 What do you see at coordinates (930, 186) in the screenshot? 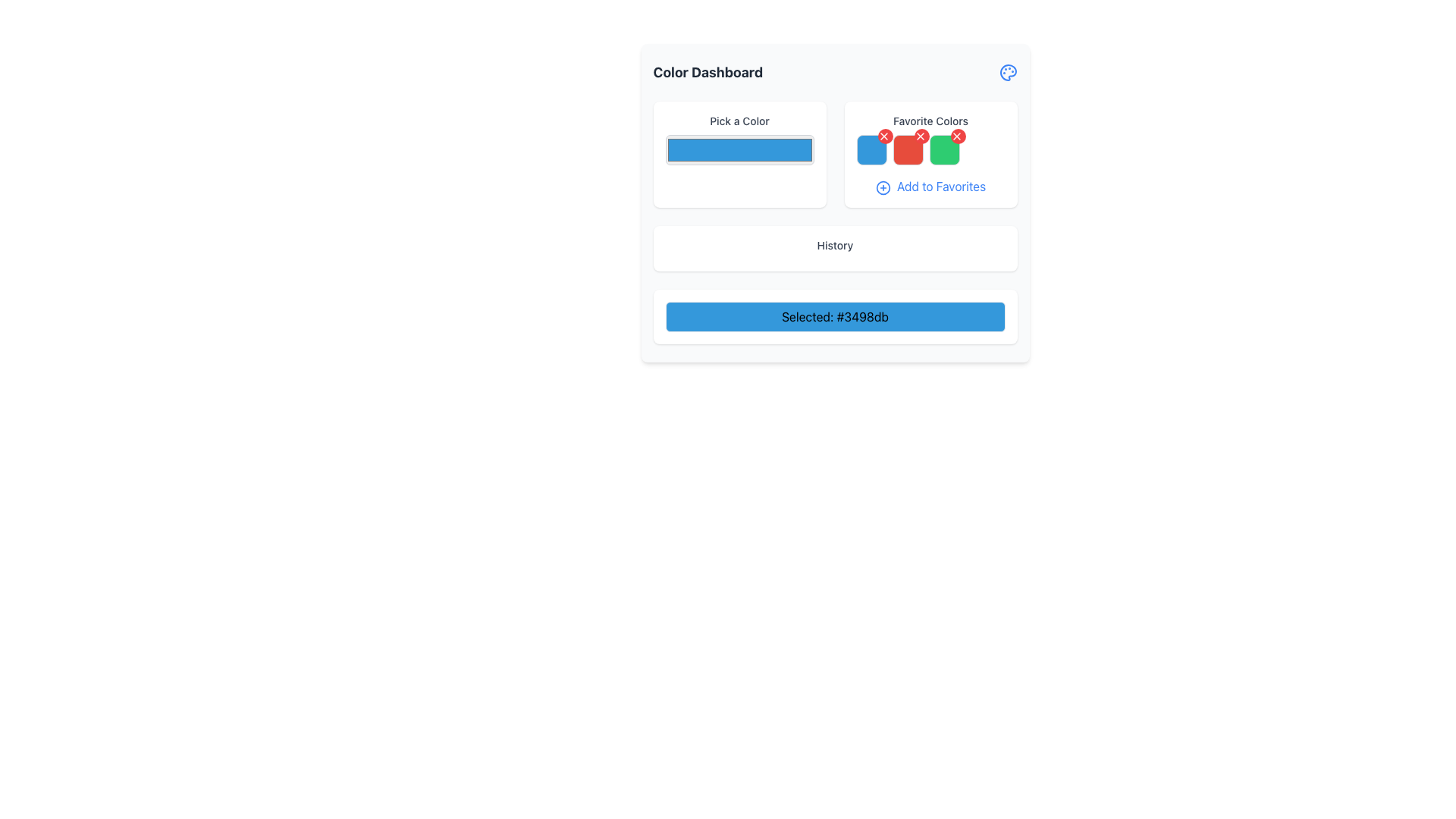
I see `the blue-colored interactive label with the text 'Add to Favorites' and a circular plus icon` at bounding box center [930, 186].